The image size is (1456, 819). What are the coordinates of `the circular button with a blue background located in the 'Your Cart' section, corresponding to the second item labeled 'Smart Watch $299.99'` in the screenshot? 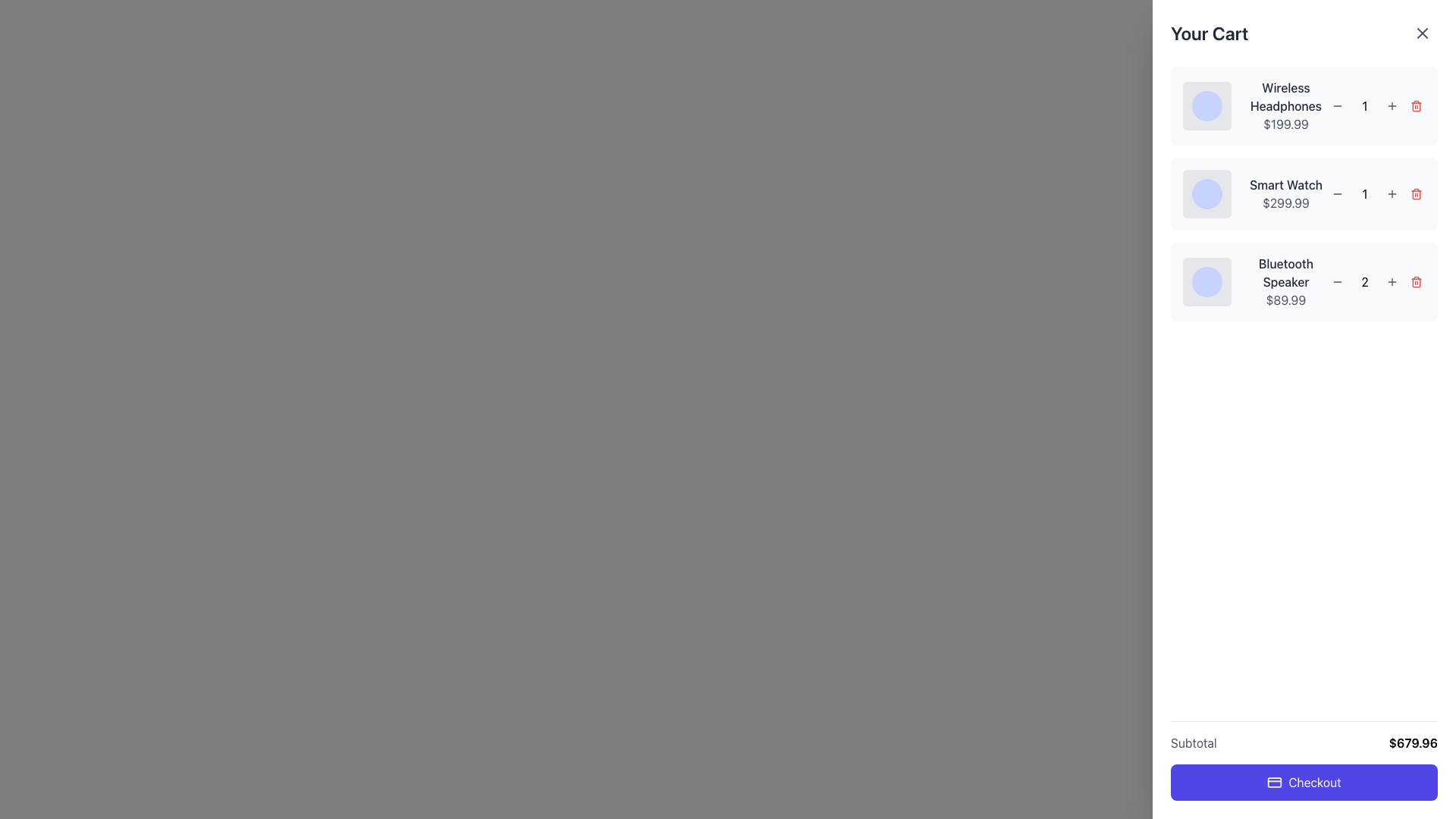 It's located at (1207, 193).